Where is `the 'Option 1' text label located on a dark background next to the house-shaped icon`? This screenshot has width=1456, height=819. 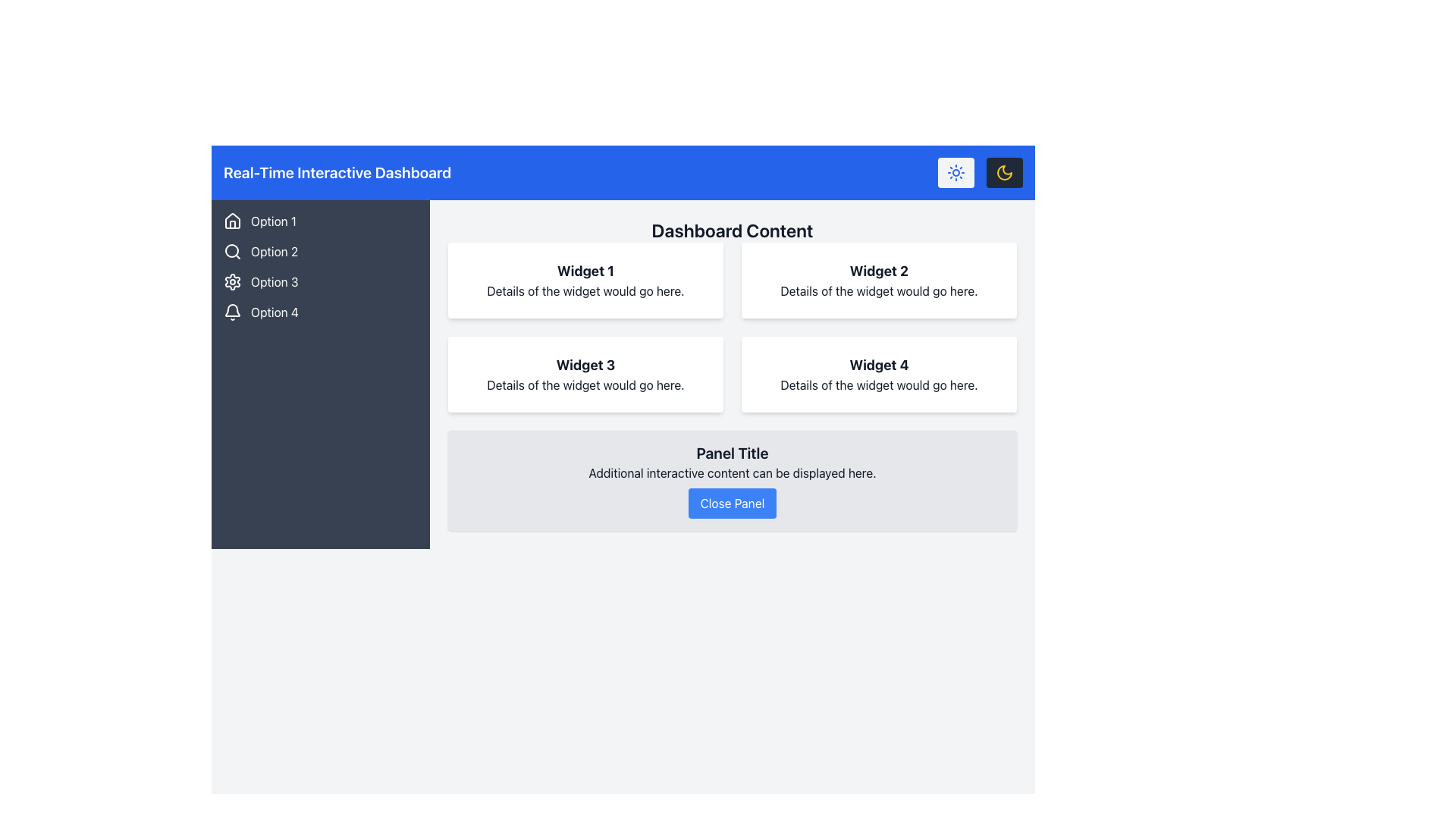 the 'Option 1' text label located on a dark background next to the house-shaped icon is located at coordinates (273, 221).